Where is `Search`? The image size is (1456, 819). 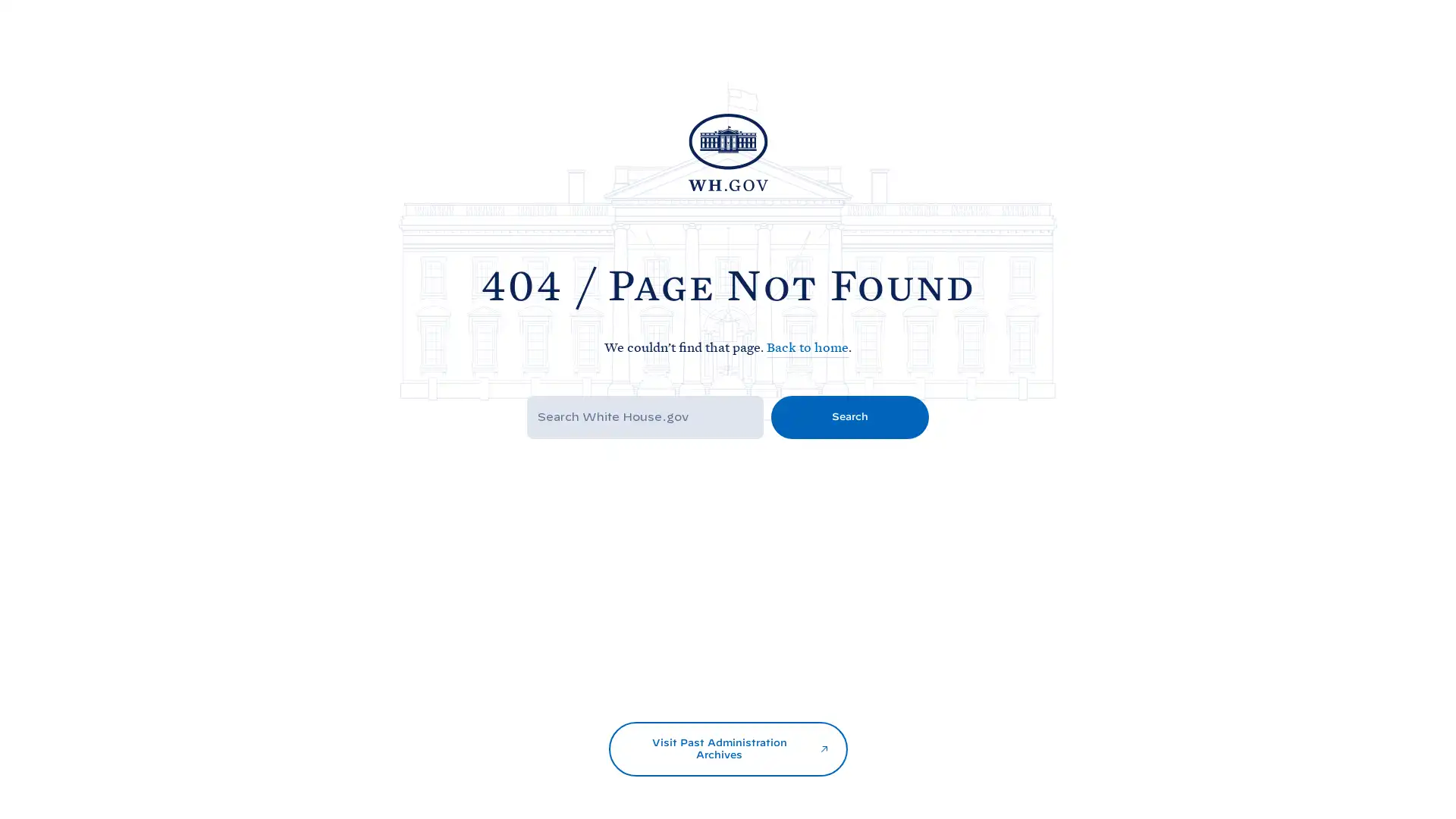 Search is located at coordinates (849, 416).